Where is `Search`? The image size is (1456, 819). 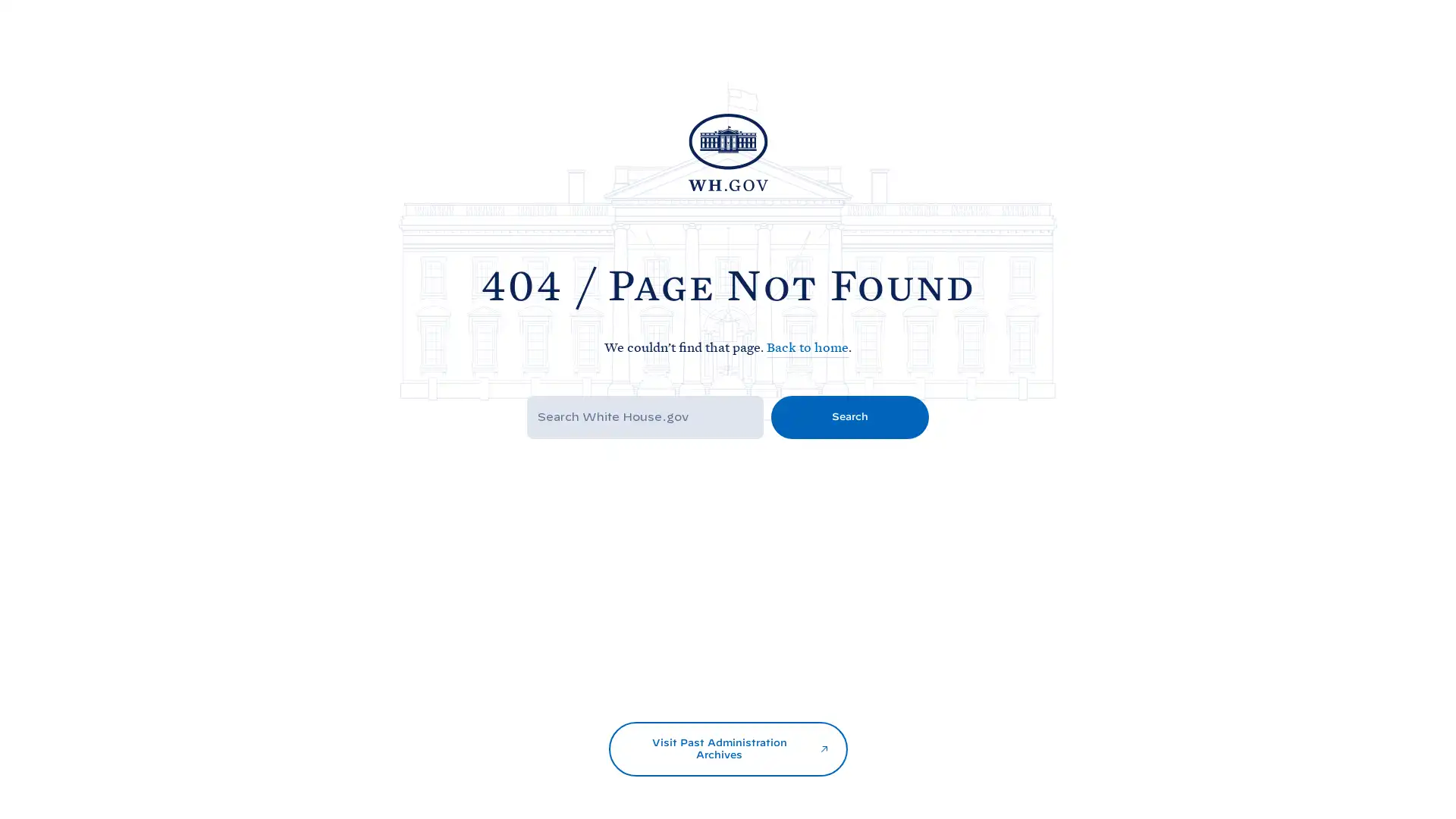 Search is located at coordinates (849, 416).